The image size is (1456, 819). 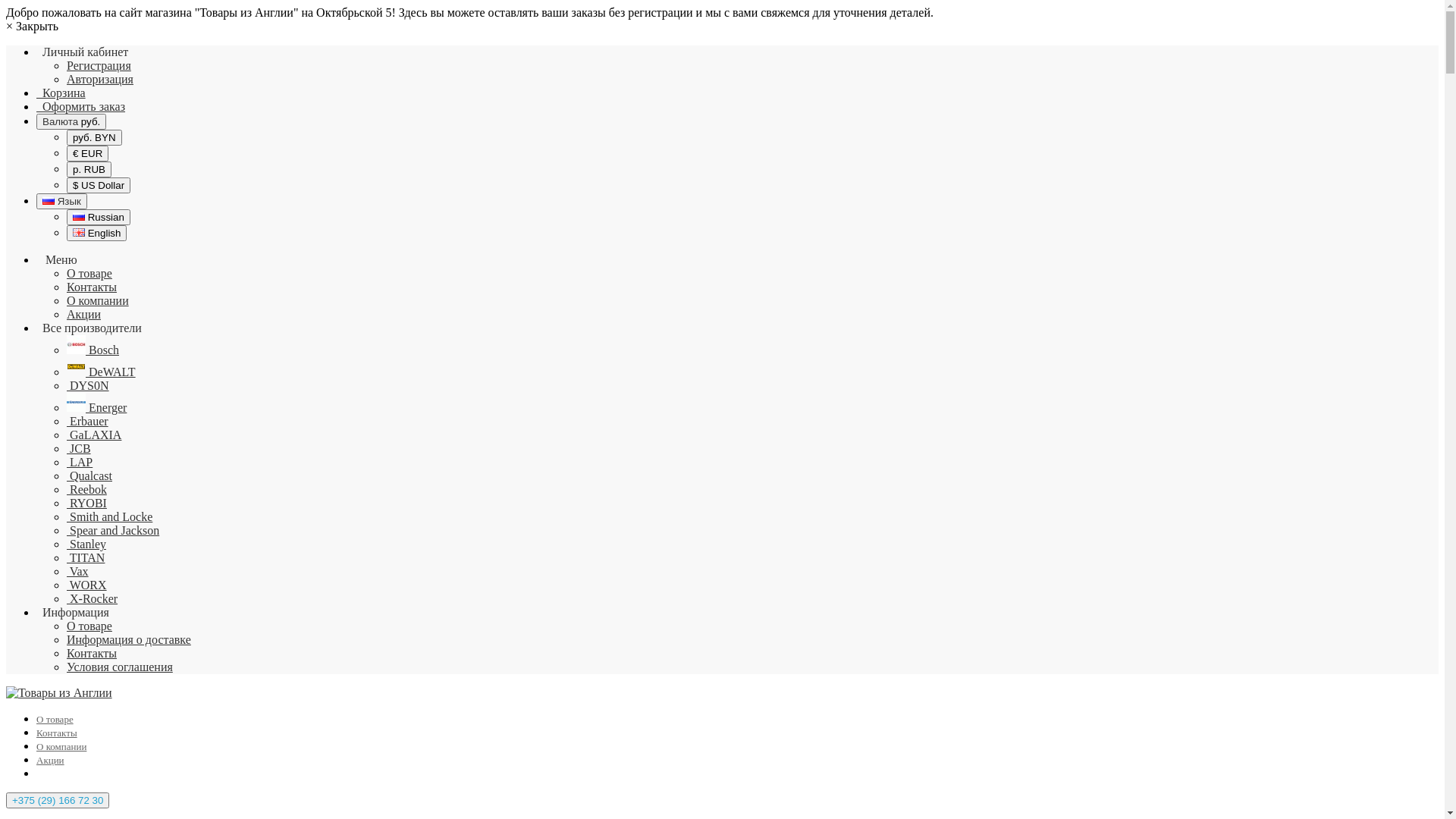 What do you see at coordinates (86, 543) in the screenshot?
I see `'Stanley'` at bounding box center [86, 543].